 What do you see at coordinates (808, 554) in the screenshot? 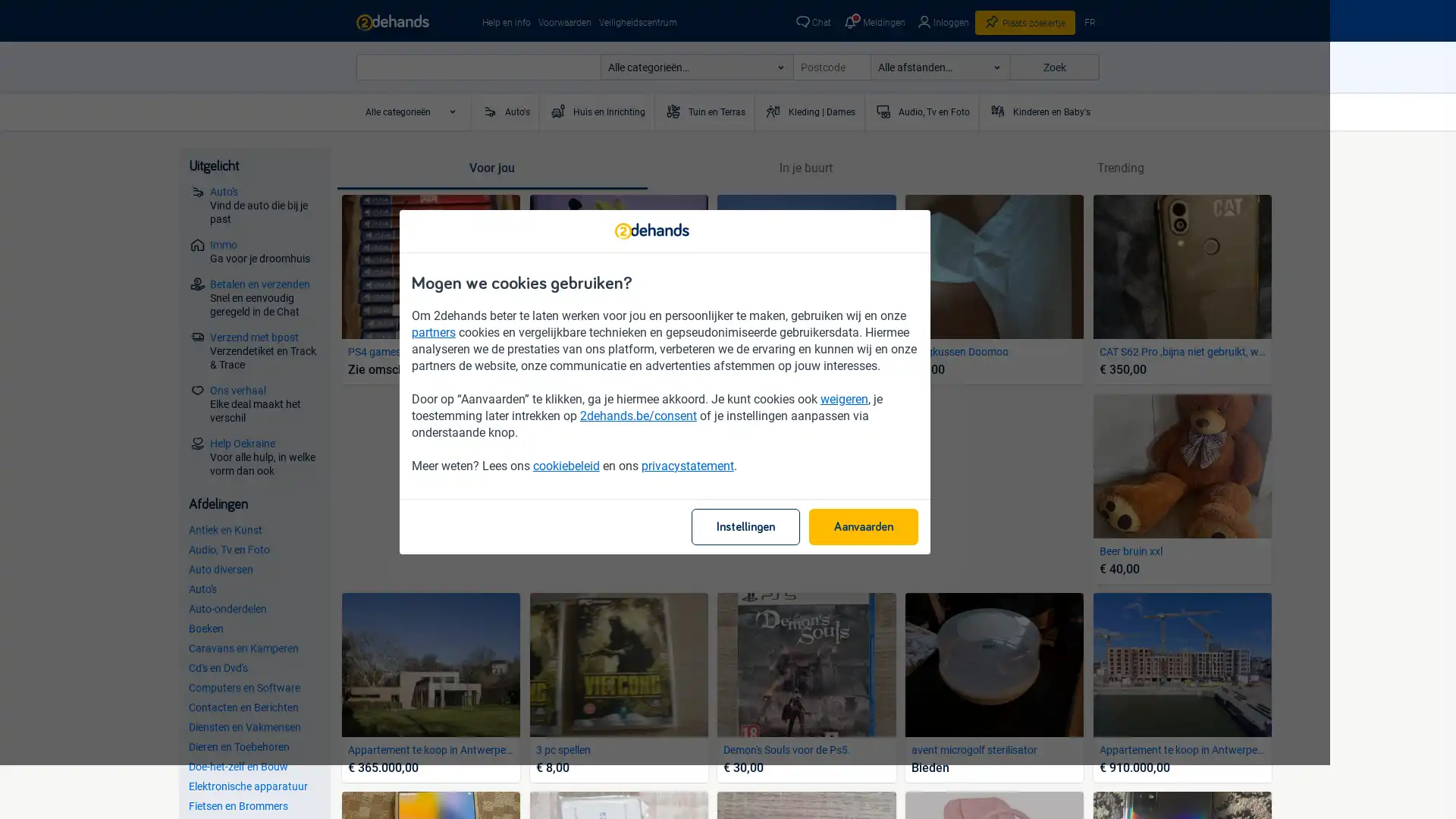
I see `Instellingen` at bounding box center [808, 554].